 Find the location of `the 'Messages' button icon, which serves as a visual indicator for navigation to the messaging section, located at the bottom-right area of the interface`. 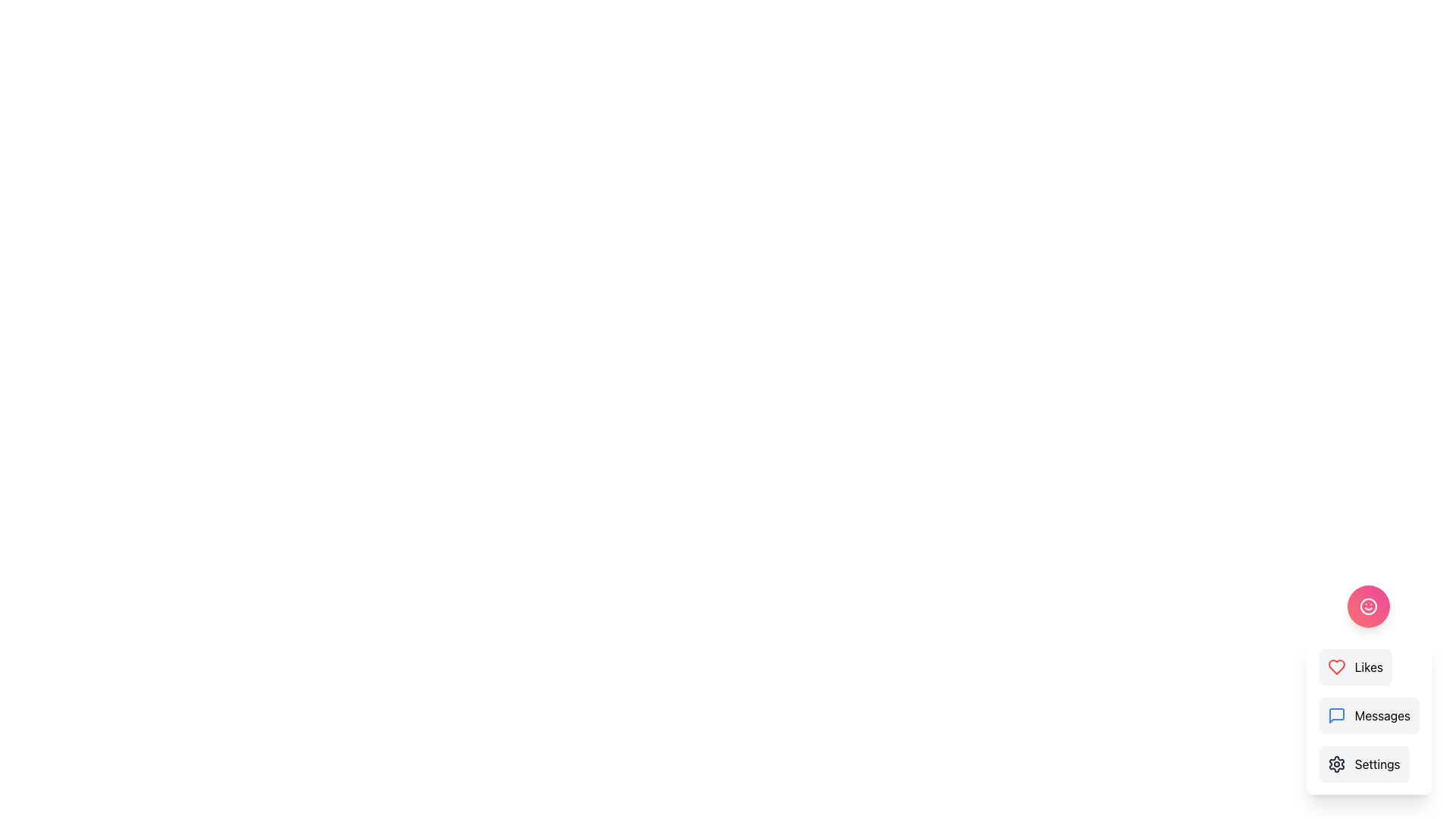

the 'Messages' button icon, which serves as a visual indicator for navigation to the messaging section, located at the bottom-right area of the interface is located at coordinates (1336, 716).